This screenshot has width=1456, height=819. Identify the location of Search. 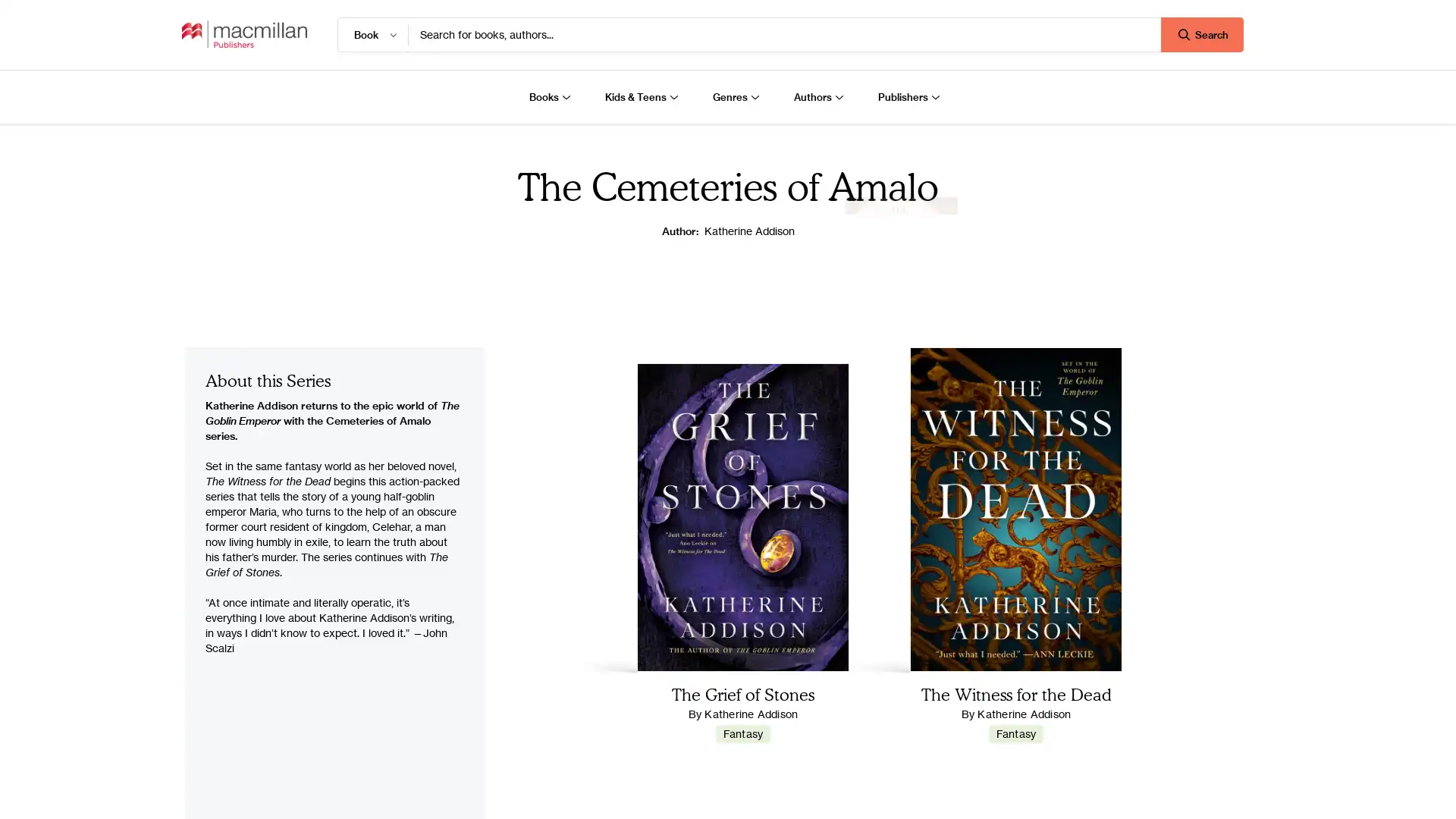
(1201, 34).